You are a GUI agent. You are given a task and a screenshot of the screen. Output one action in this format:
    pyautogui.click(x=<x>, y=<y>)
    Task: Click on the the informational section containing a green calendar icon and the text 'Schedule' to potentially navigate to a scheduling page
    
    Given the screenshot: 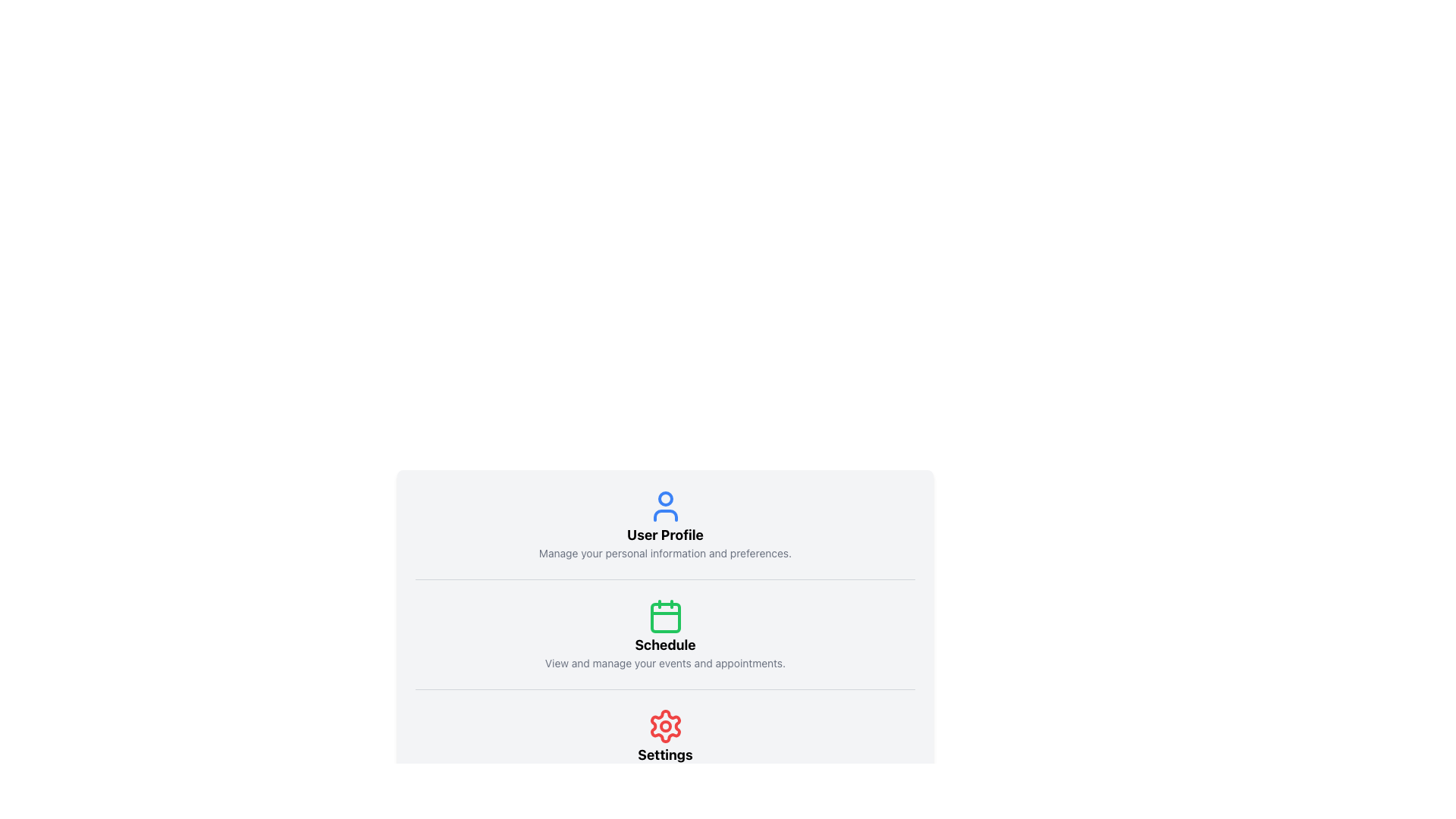 What is the action you would take?
    pyautogui.click(x=665, y=635)
    